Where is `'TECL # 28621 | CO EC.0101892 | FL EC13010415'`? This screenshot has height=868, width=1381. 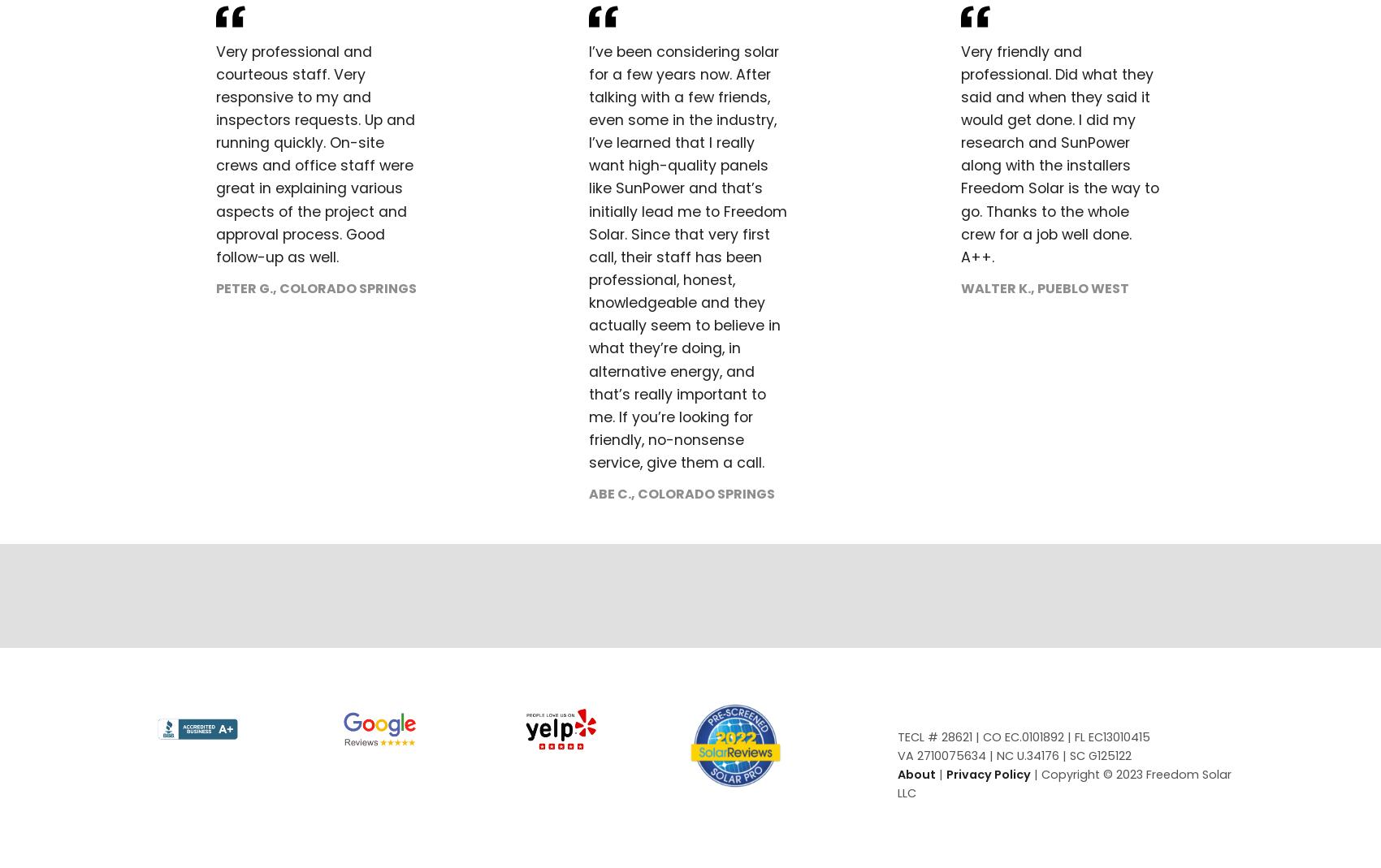 'TECL # 28621 | CO EC.0101892 | FL EC13010415' is located at coordinates (896, 736).